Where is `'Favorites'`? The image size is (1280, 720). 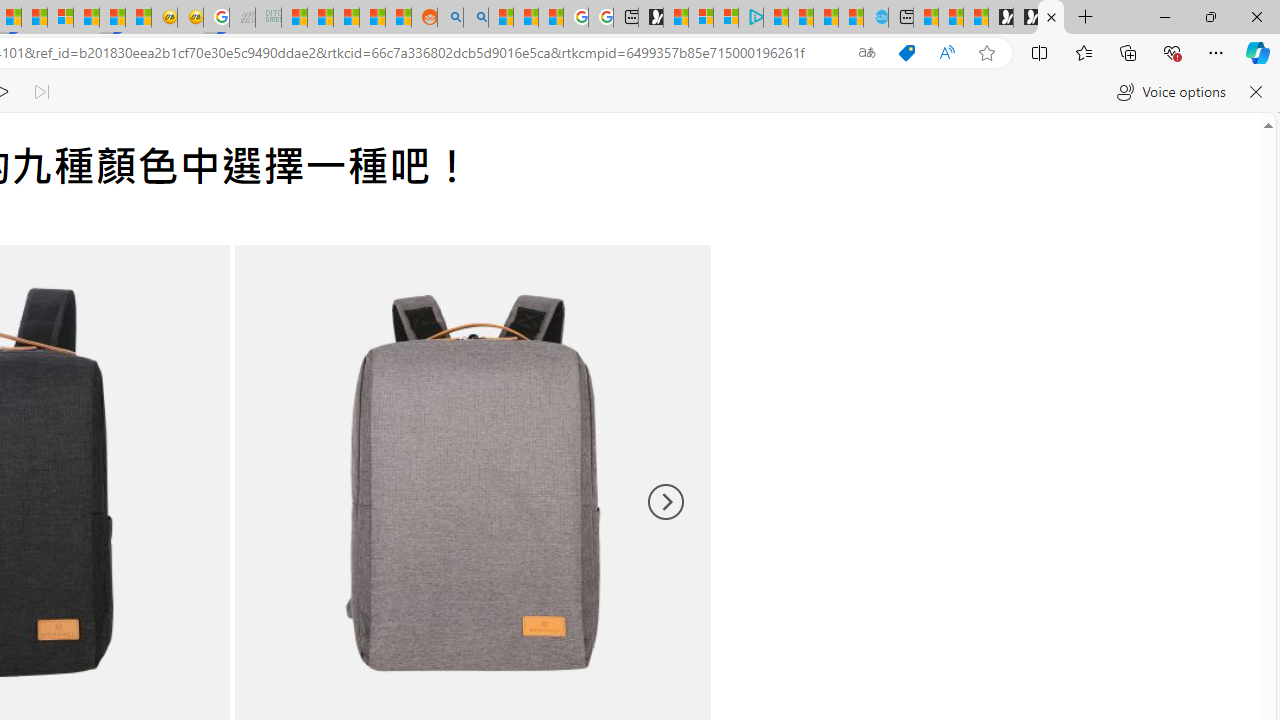 'Favorites' is located at coordinates (1082, 51).